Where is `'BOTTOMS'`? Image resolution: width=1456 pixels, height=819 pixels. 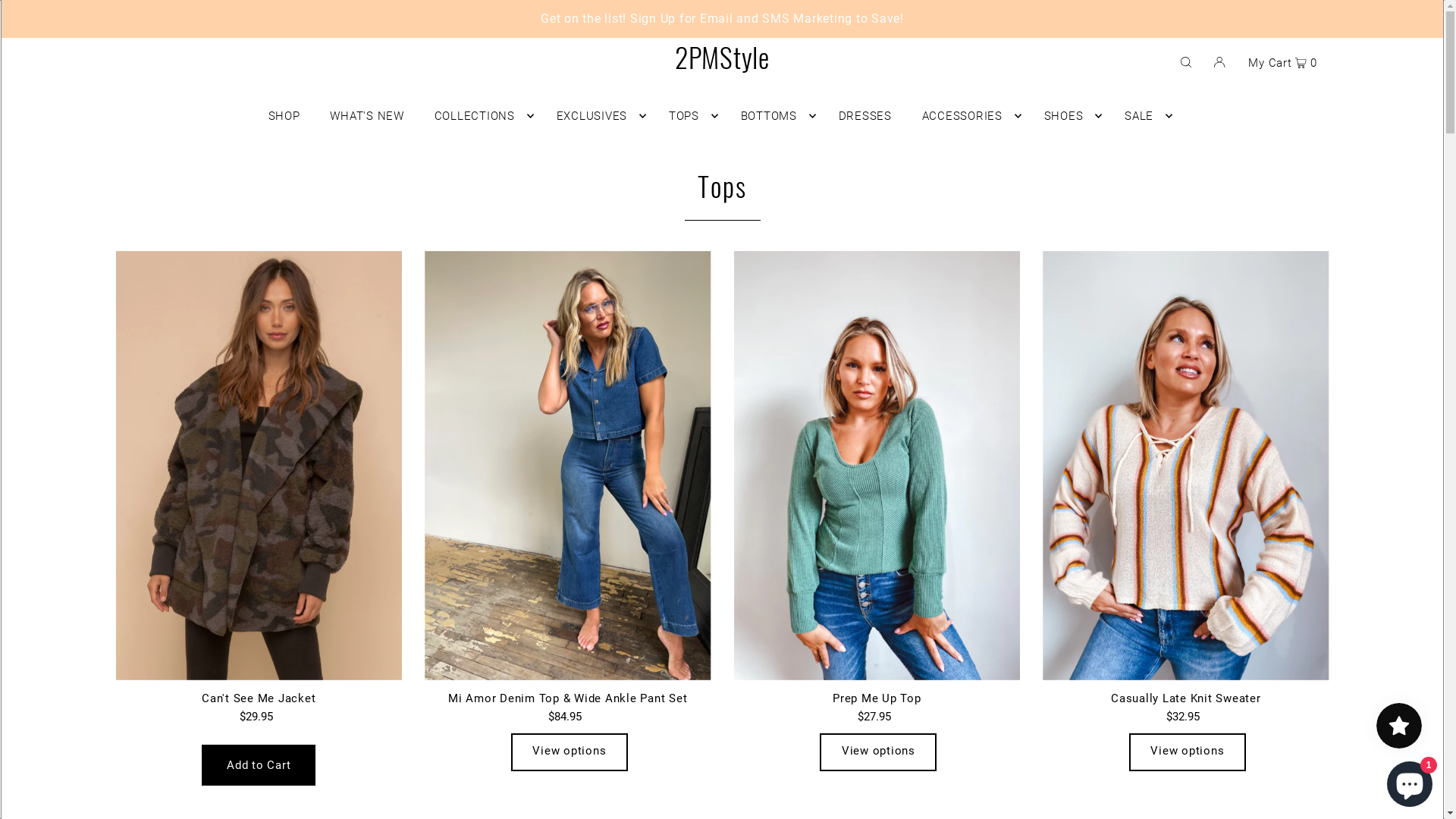 'BOTTOMS' is located at coordinates (774, 115).